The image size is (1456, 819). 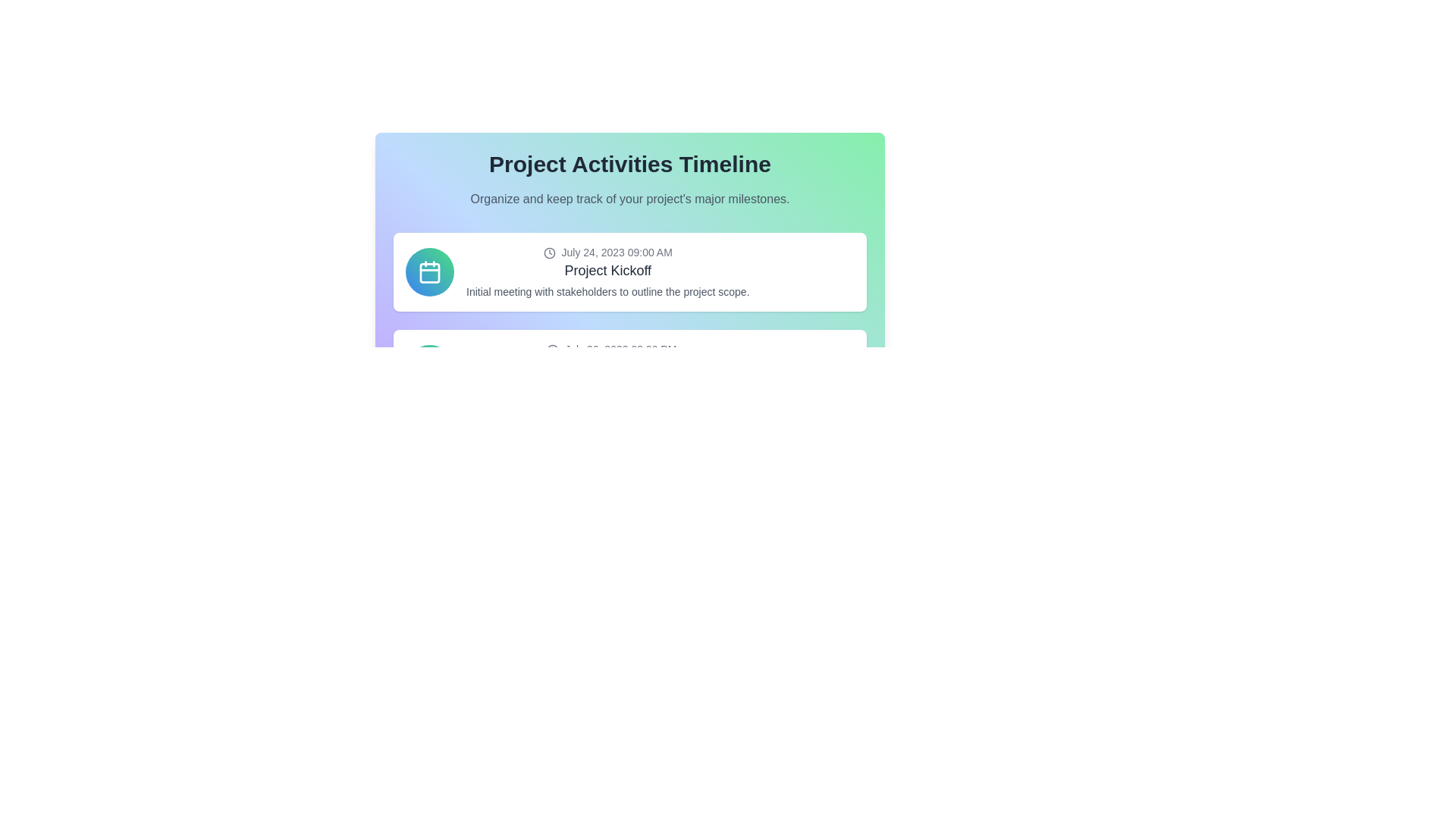 I want to click on the text element reading 'Initial meeting with stakeholders to outline the project scope.' which is styled in a small, light gray font and located below the bold text 'Project Kickoff', so click(x=607, y=292).